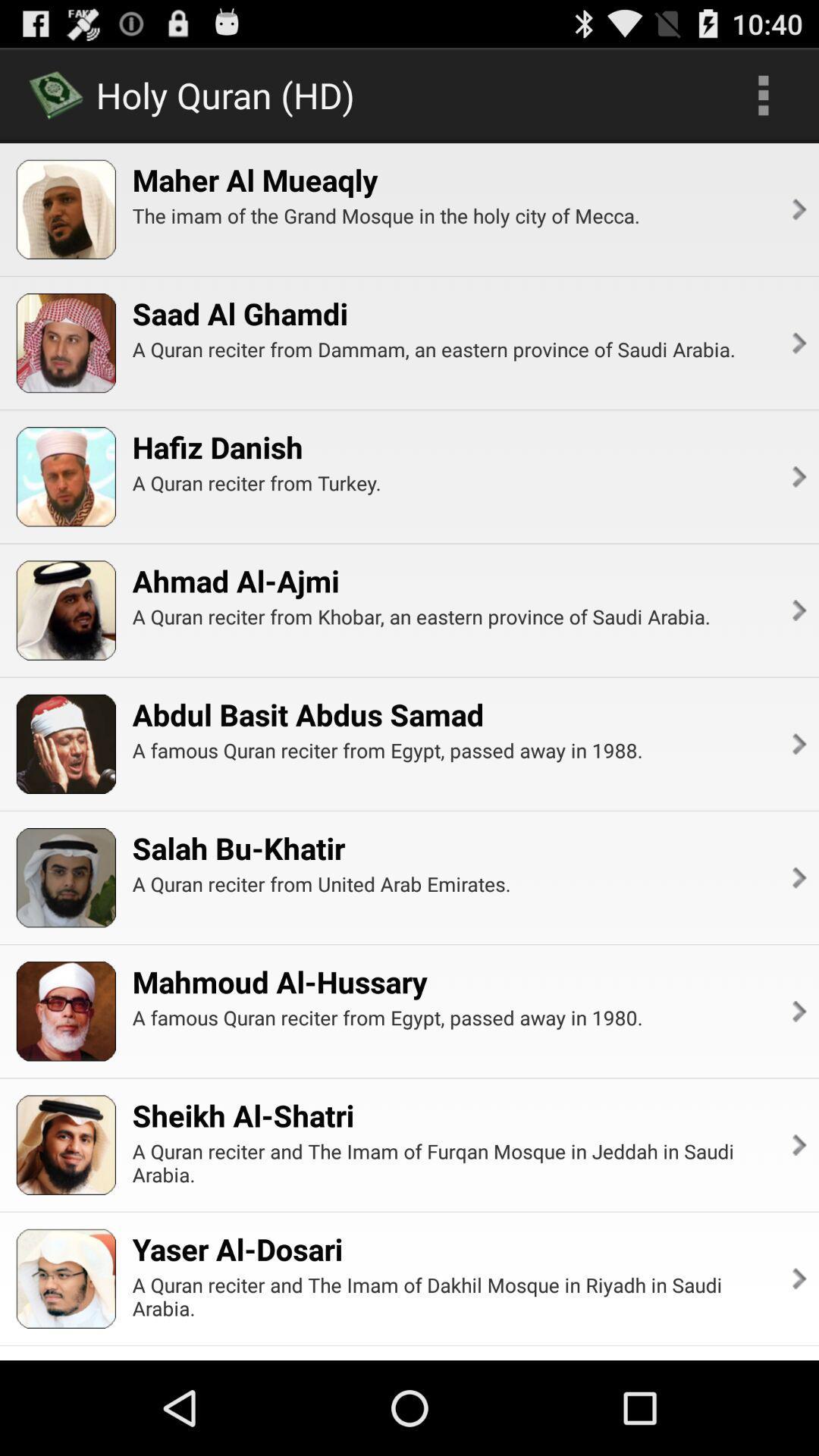  I want to click on the app next to a quran reciter item, so click(797, 610).